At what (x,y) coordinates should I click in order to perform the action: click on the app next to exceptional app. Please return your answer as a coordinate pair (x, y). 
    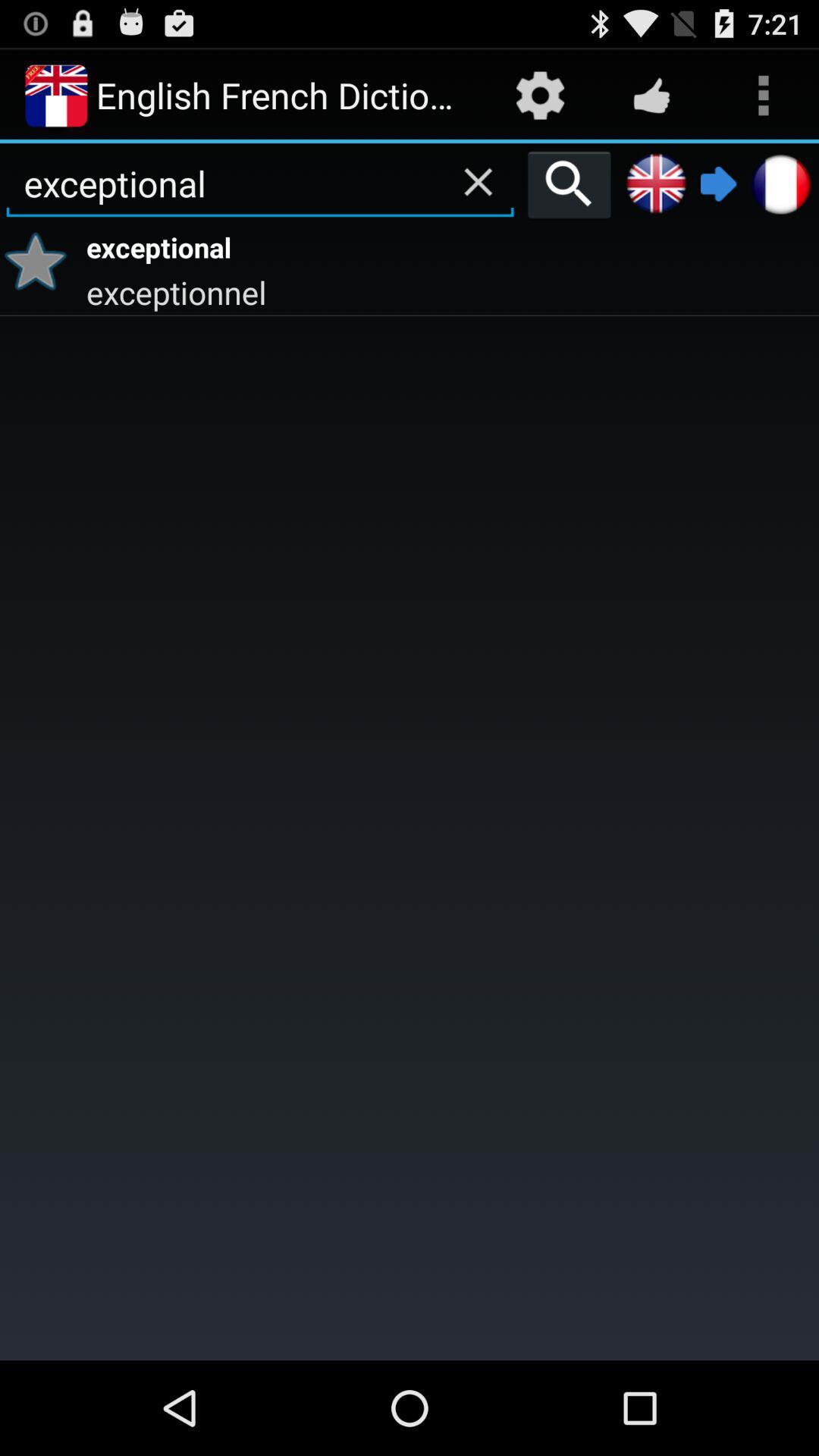
    Looking at the image, I should click on (40, 261).